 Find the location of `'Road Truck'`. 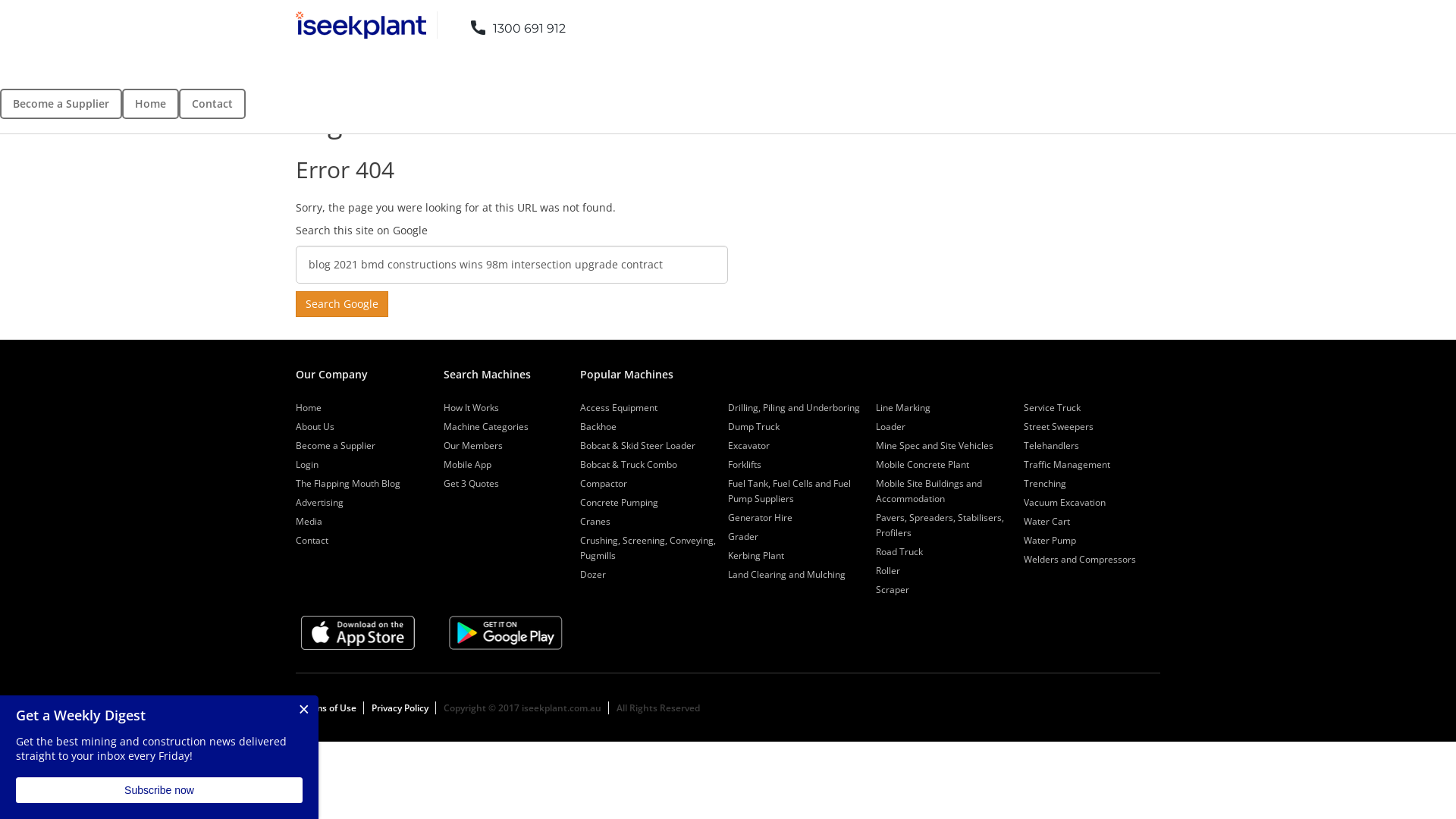

'Road Truck' is located at coordinates (899, 551).